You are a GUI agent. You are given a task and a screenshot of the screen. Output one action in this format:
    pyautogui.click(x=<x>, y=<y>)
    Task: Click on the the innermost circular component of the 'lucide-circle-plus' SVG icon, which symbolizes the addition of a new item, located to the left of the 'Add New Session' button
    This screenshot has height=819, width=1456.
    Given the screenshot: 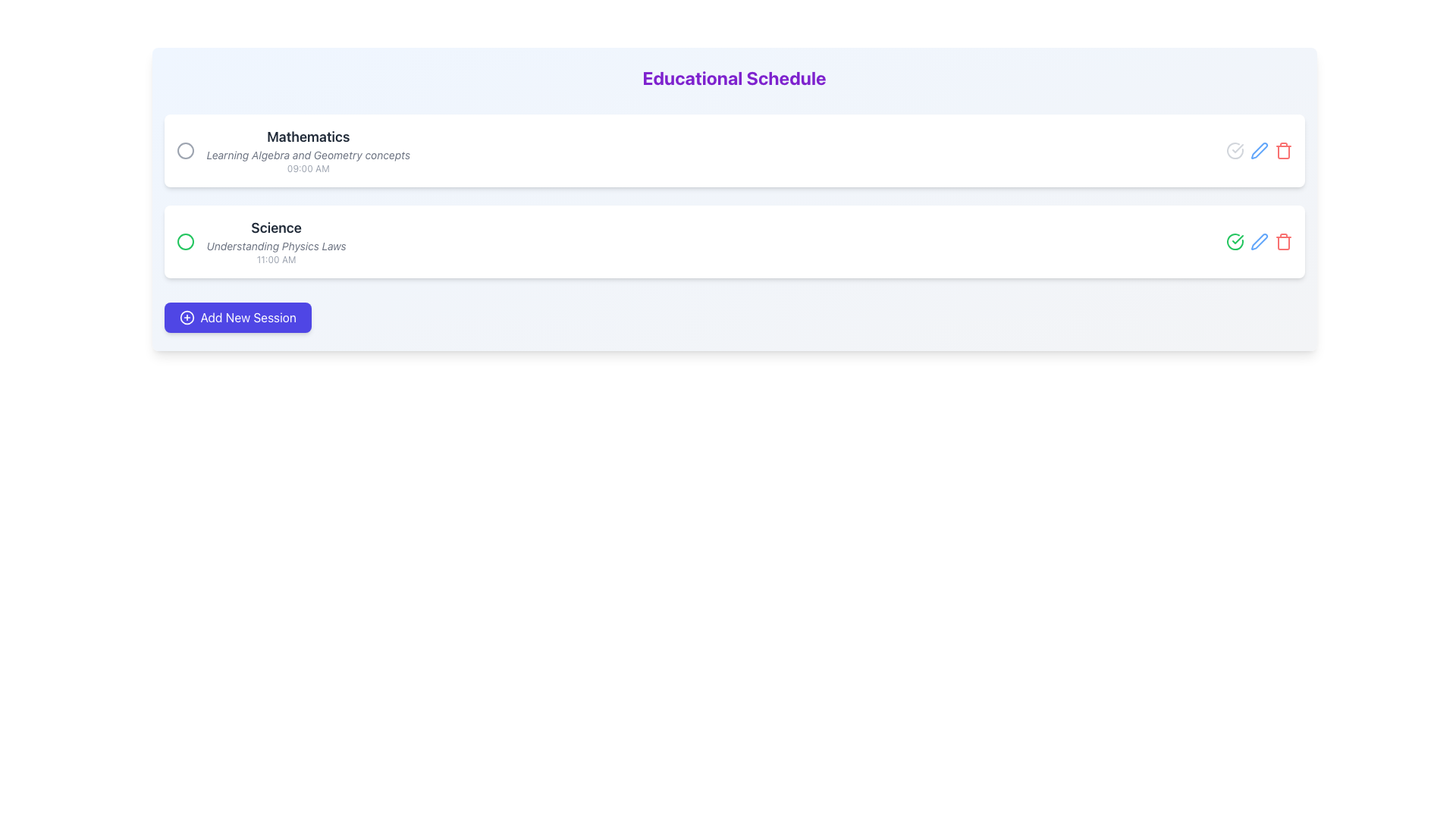 What is the action you would take?
    pyautogui.click(x=186, y=317)
    